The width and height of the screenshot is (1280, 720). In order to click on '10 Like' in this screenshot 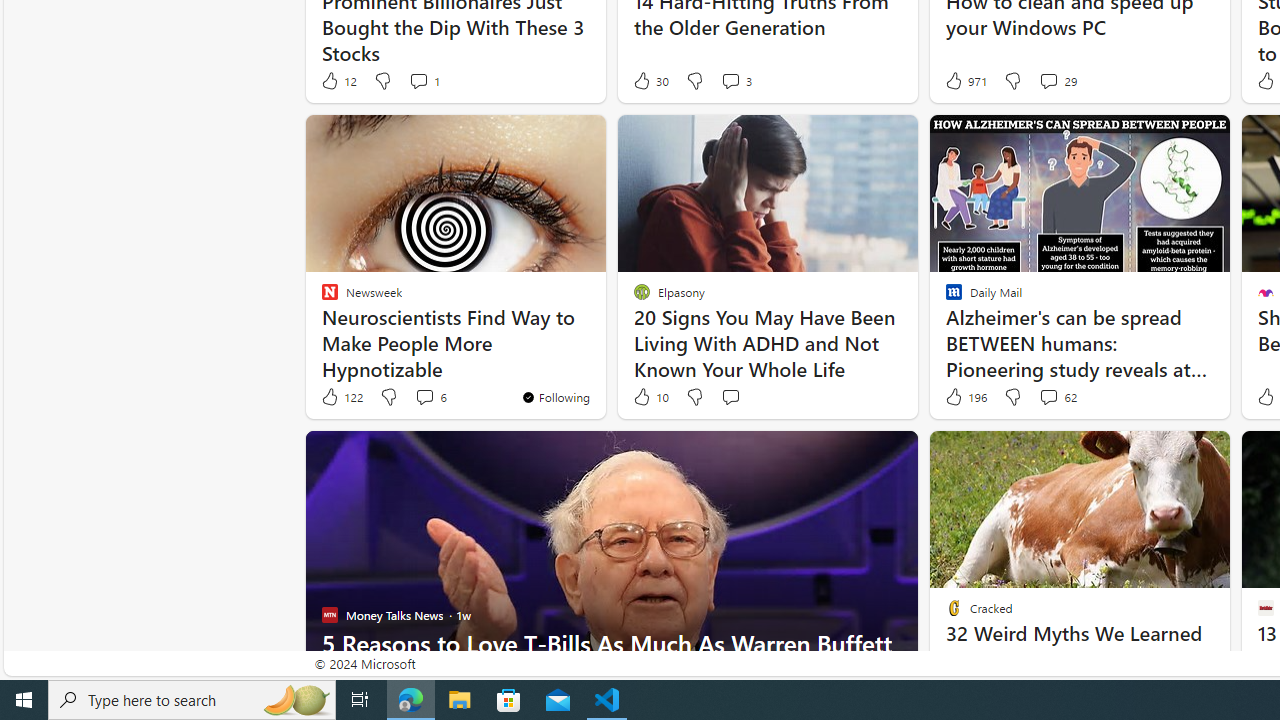, I will do `click(650, 397)`.